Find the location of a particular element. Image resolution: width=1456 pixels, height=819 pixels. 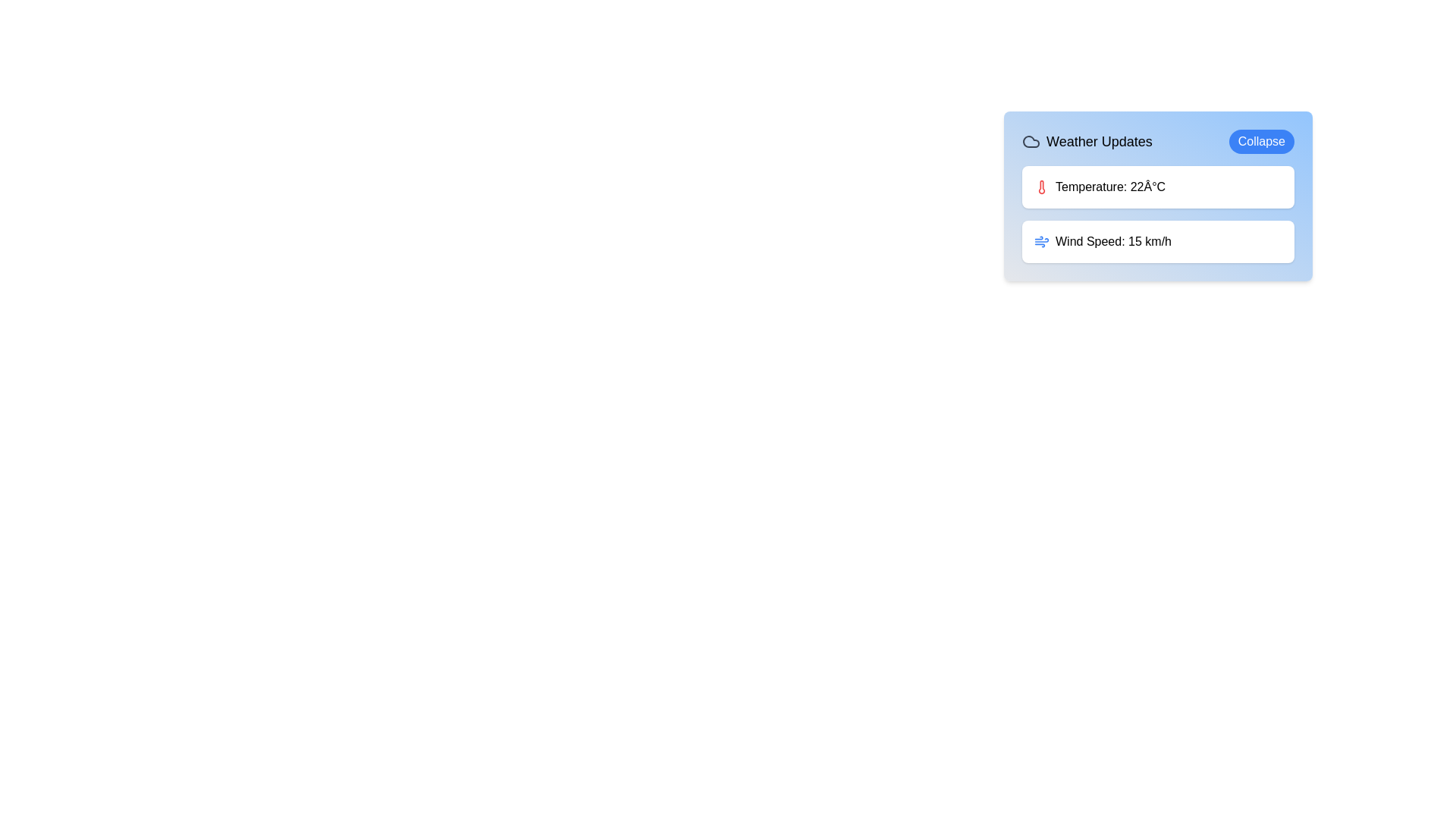

the thermometer icon which indicates temperature information, located adjacent to the label 'Temperature: 22°C' in the 'Weather Updates' section is located at coordinates (1040, 186).